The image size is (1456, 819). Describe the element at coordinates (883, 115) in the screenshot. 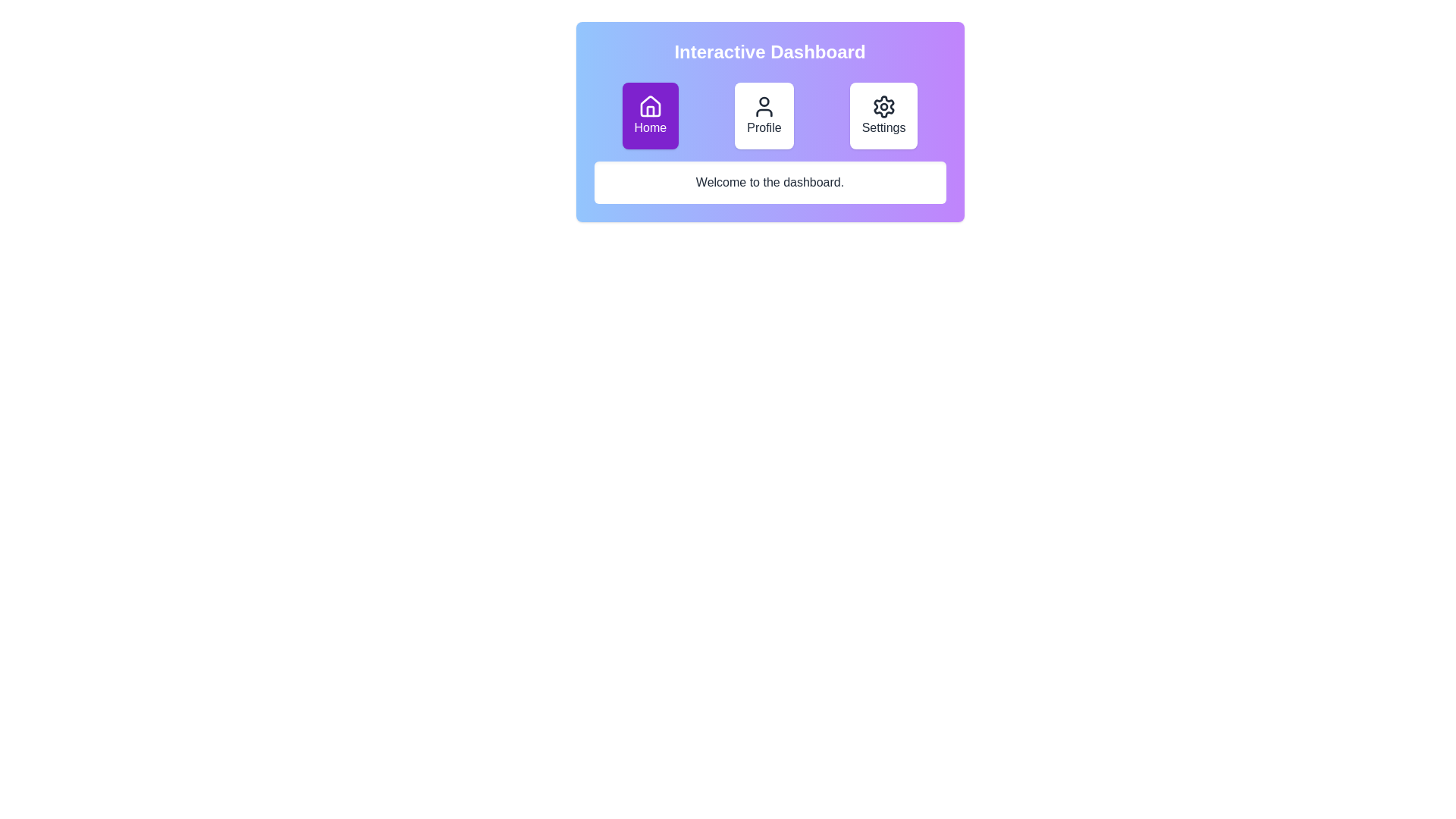

I see `the Settings tab by clicking the corresponding button` at that location.